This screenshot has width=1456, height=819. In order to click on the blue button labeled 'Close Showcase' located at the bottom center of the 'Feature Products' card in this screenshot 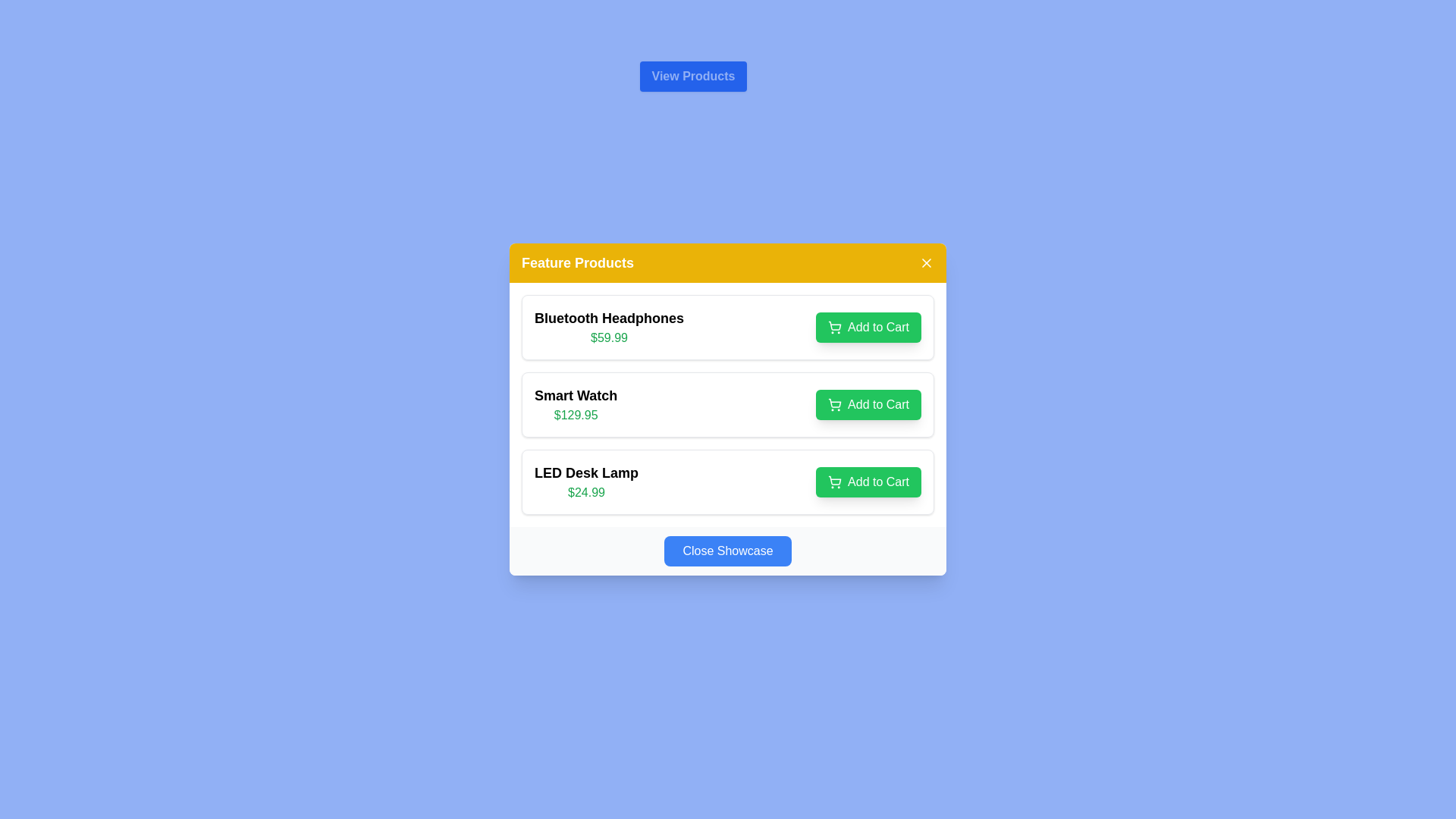, I will do `click(728, 551)`.